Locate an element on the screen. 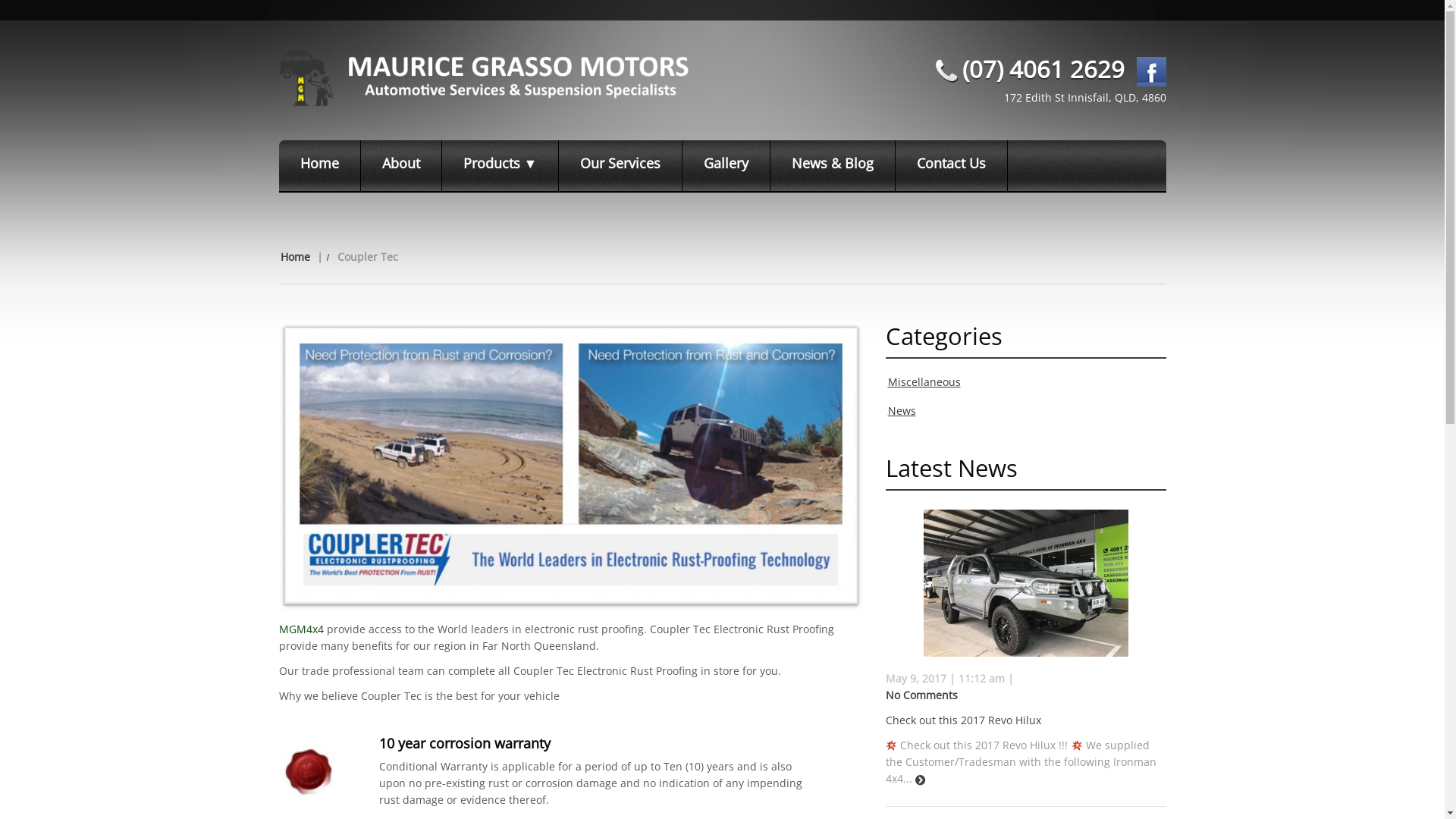 Image resolution: width=1456 pixels, height=819 pixels. 'MGM4x4' is located at coordinates (279, 629).